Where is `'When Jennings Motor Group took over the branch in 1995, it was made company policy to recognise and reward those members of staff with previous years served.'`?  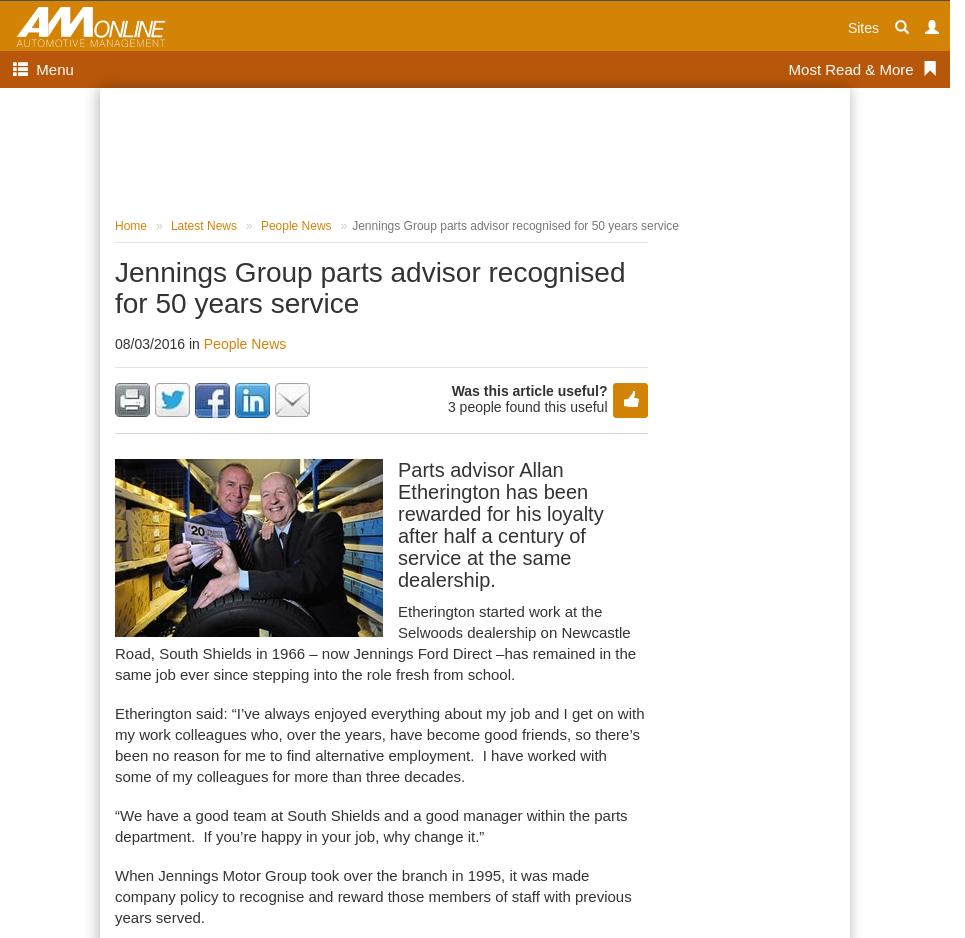 'When Jennings Motor Group took over the branch in 1995, it was made company policy to recognise and reward those members of staff with previous years served.' is located at coordinates (371, 896).